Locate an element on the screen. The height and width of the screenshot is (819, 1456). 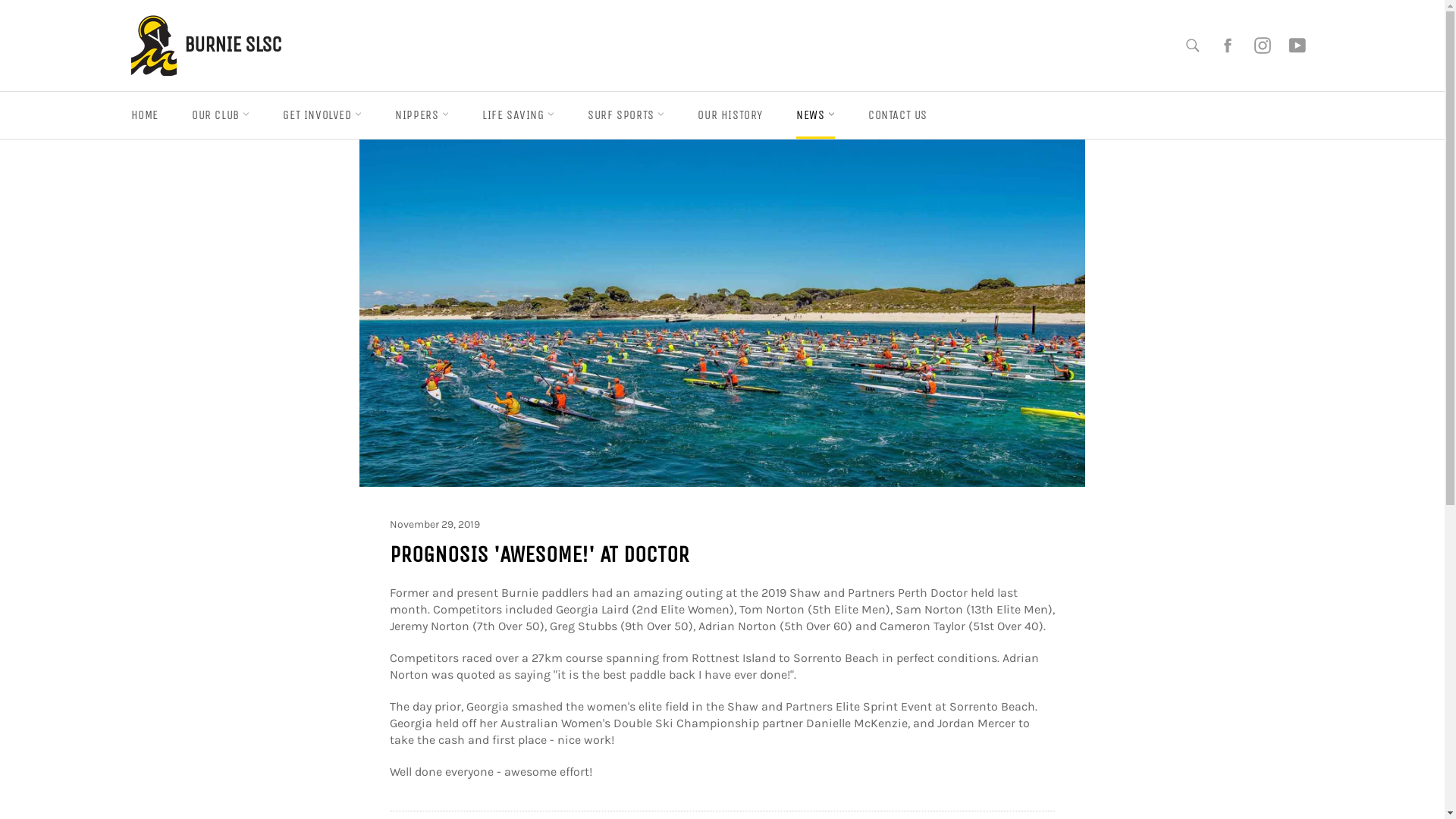
'NEWS' is located at coordinates (814, 114).